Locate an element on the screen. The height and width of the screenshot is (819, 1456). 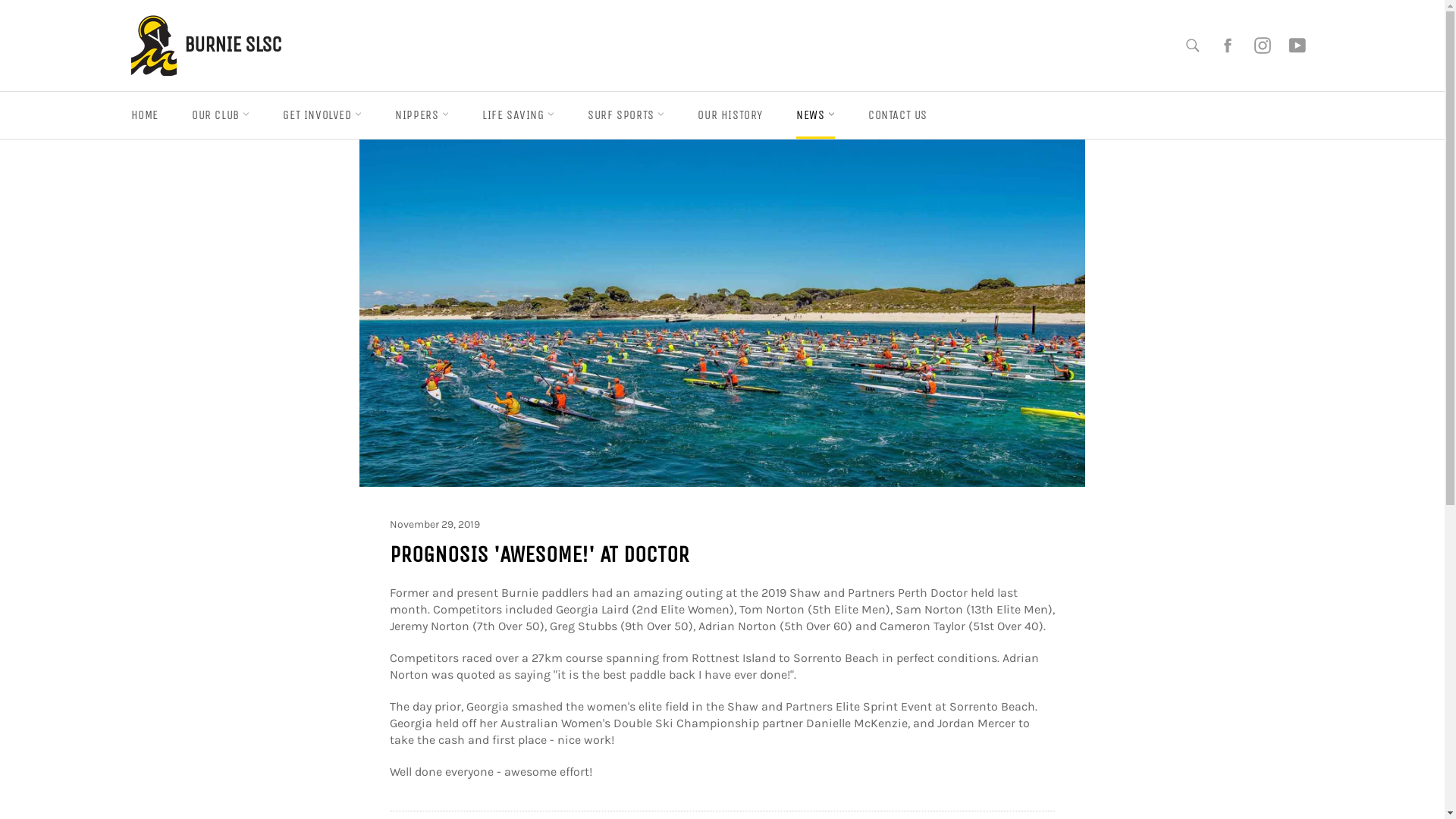
'NEWS' is located at coordinates (814, 114).